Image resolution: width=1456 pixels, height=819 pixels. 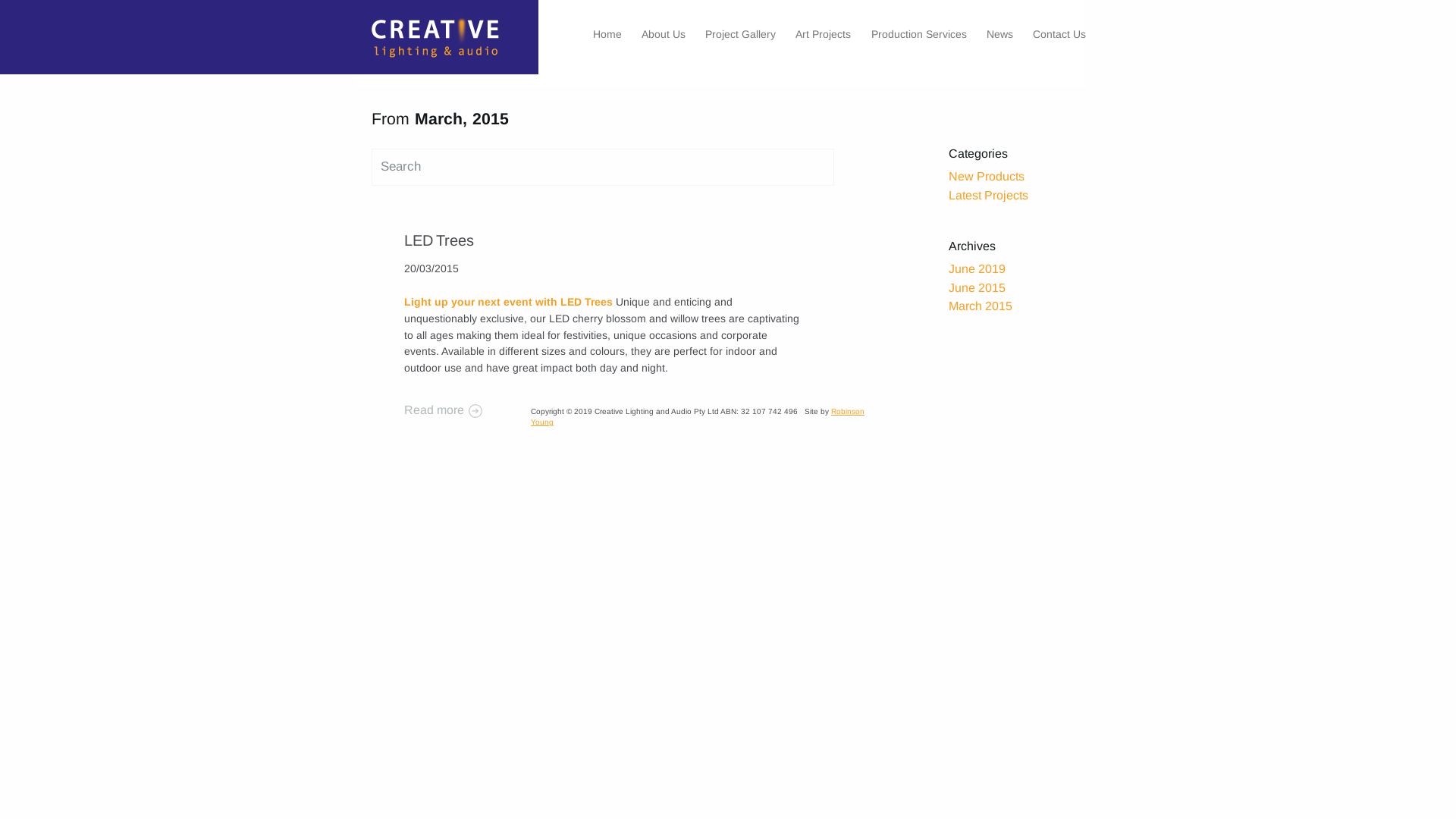 I want to click on 'New Products', so click(x=986, y=175).